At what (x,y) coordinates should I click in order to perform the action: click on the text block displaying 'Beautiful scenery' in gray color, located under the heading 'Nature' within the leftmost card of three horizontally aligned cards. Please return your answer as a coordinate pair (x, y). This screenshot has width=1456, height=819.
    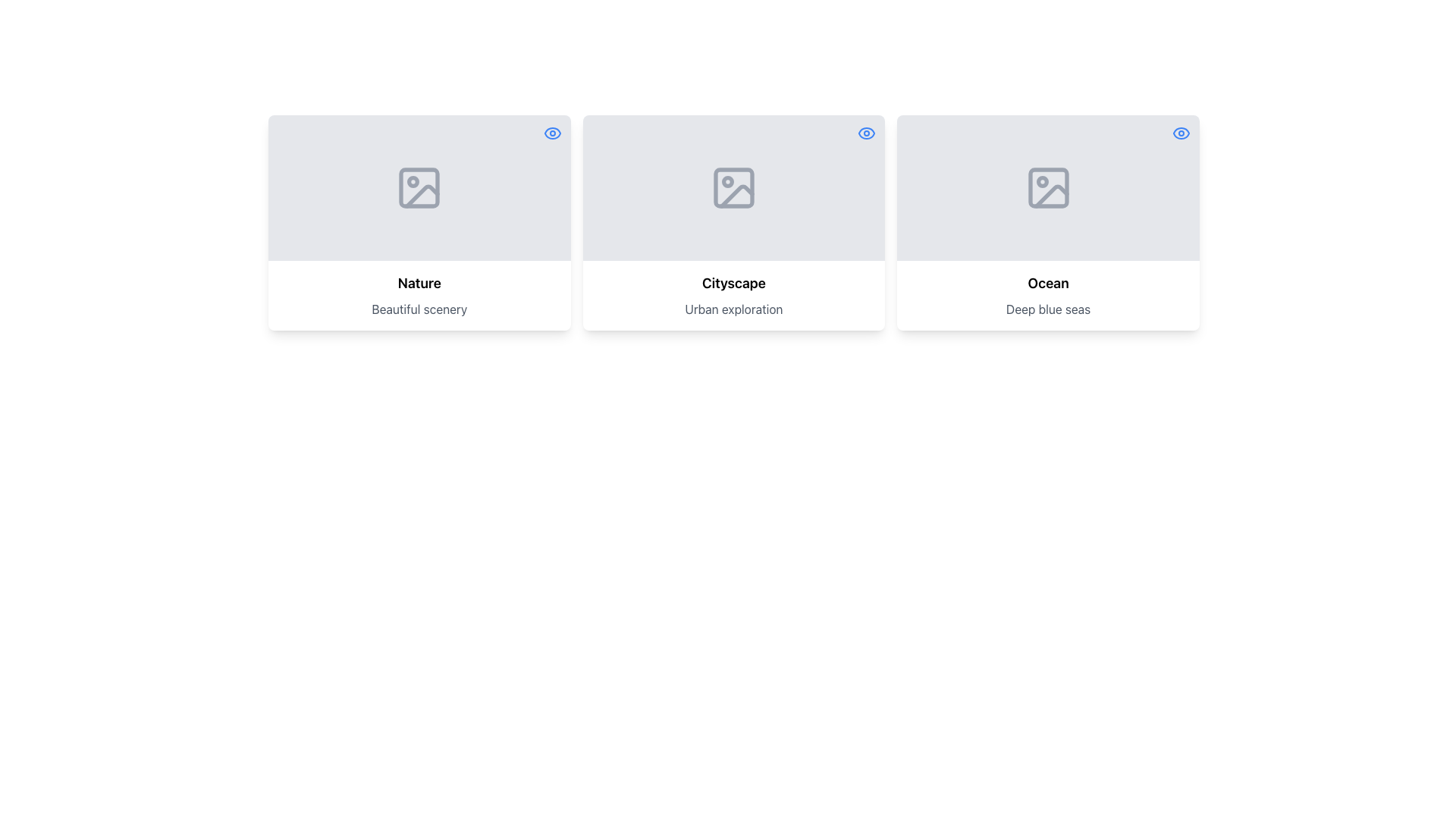
    Looking at the image, I should click on (419, 309).